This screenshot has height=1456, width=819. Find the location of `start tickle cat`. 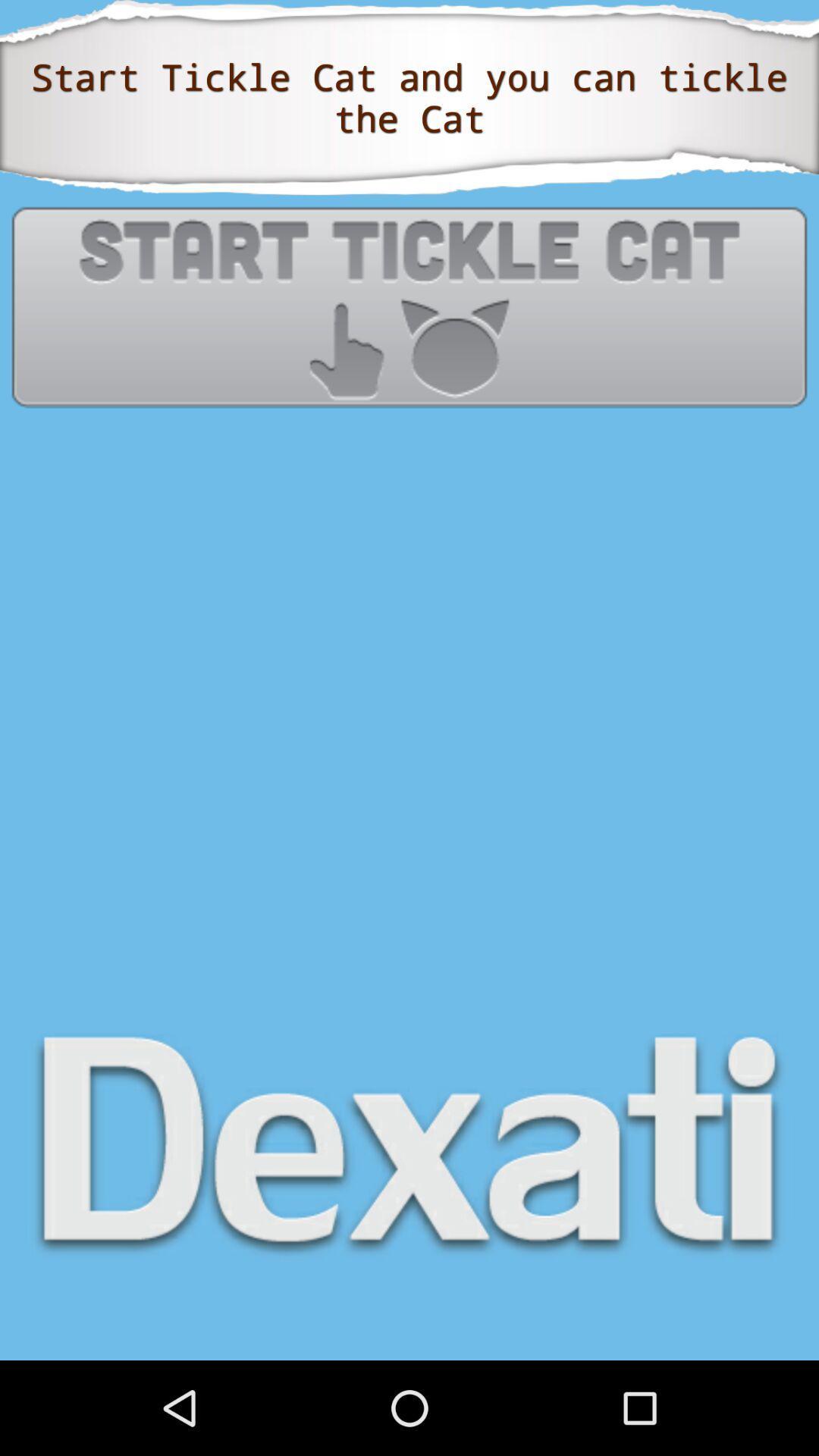

start tickle cat is located at coordinates (409, 306).